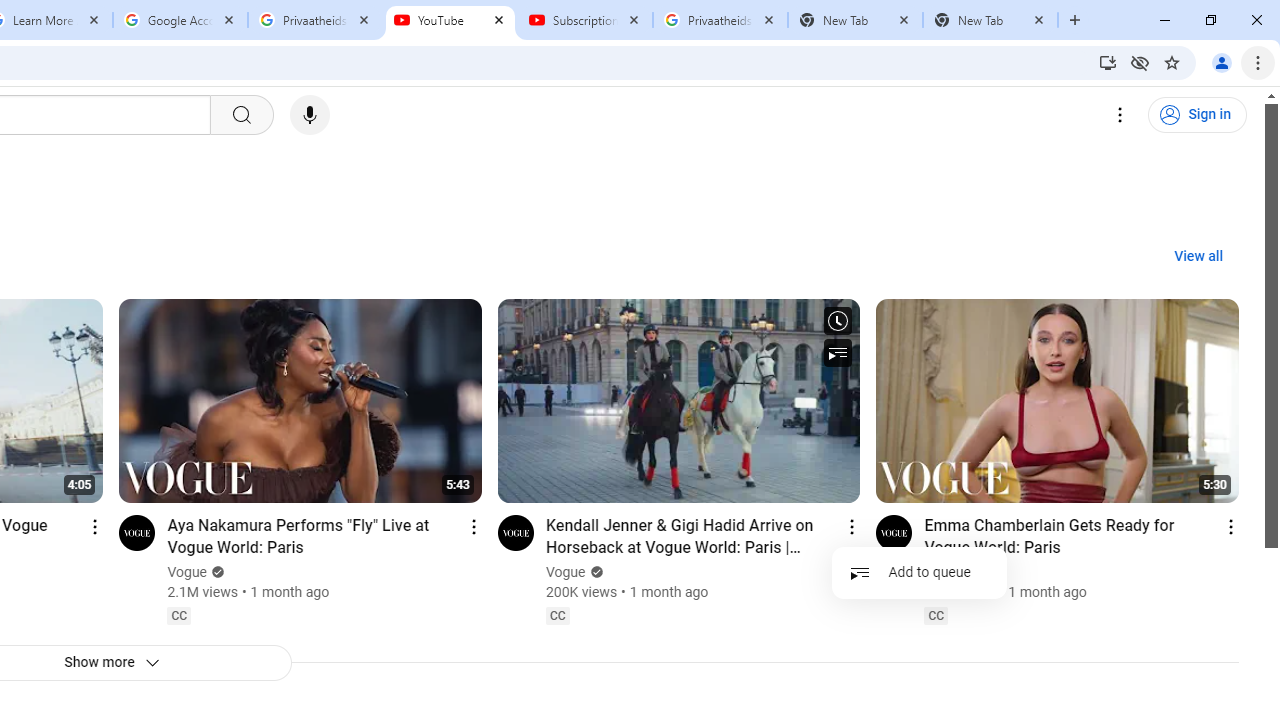  Describe the element at coordinates (584, 20) in the screenshot. I see `'Subscriptions - YouTube'` at that location.